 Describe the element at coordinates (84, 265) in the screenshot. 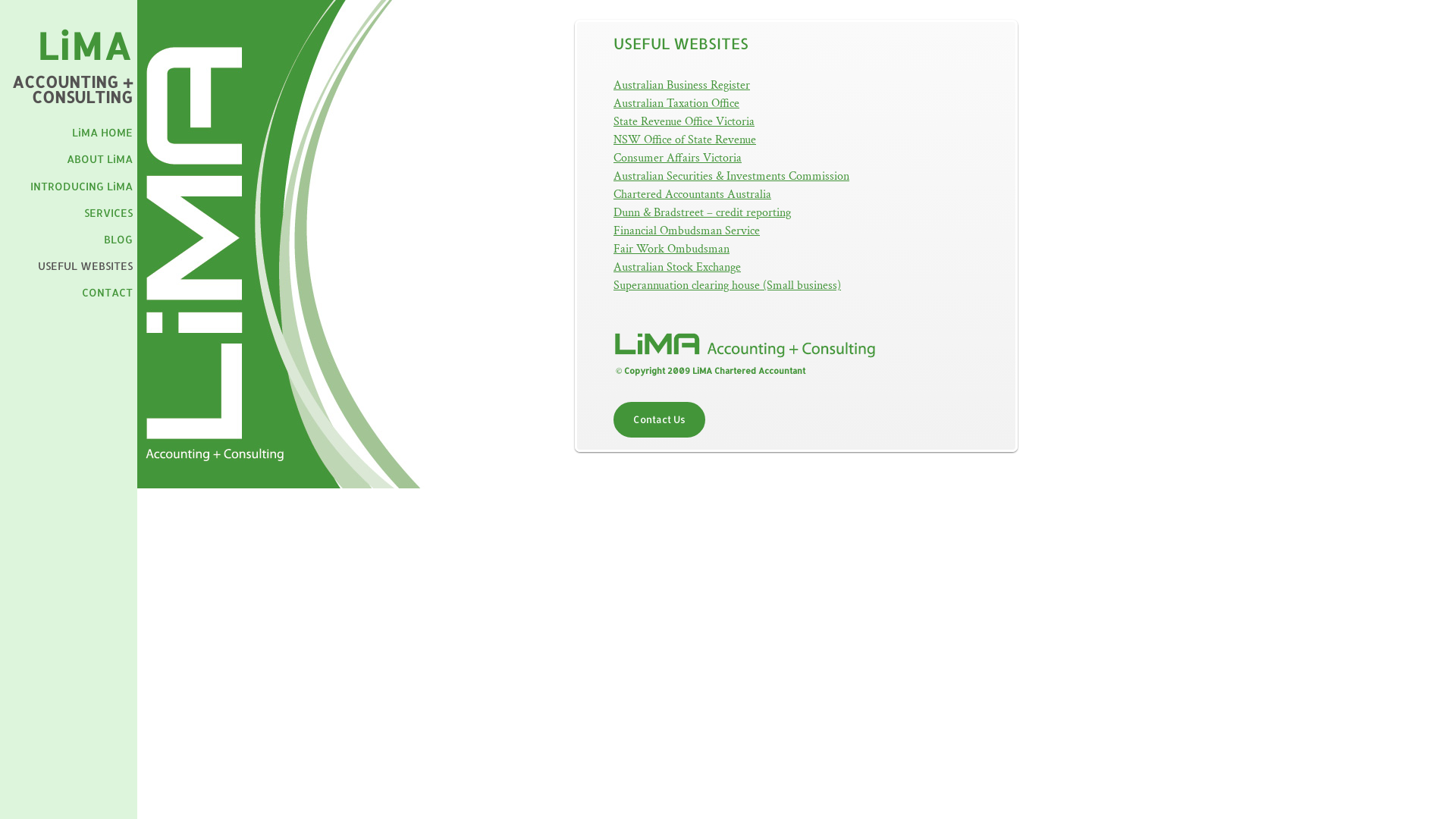

I see `'USEFUL WEBSITES'` at that location.